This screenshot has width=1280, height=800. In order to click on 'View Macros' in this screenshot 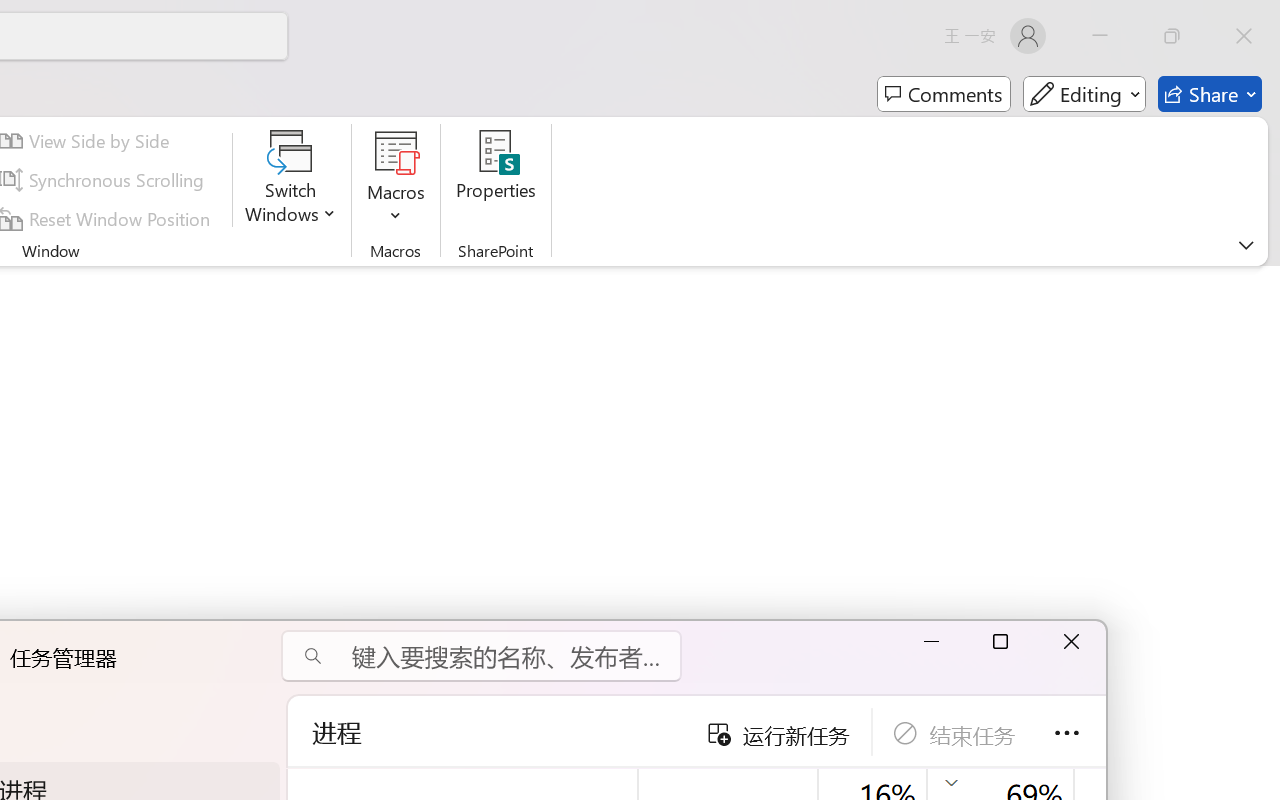, I will do `click(396, 151)`.